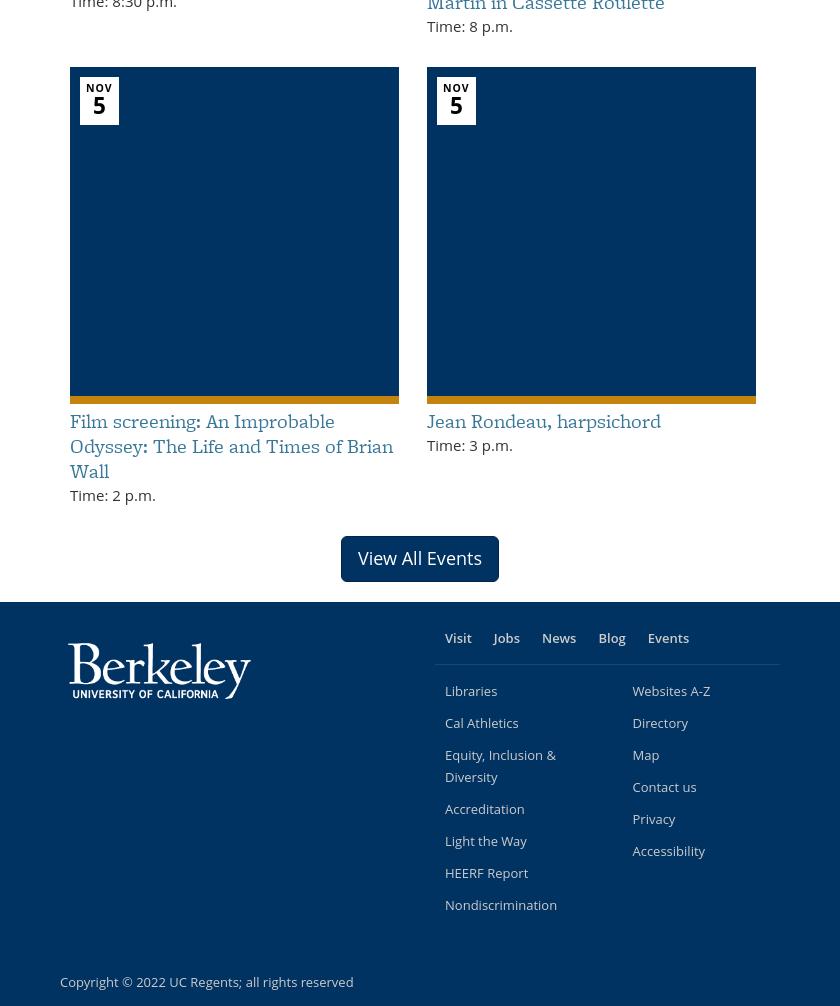 This screenshot has height=1006, width=840. I want to click on 'Map', so click(632, 753).